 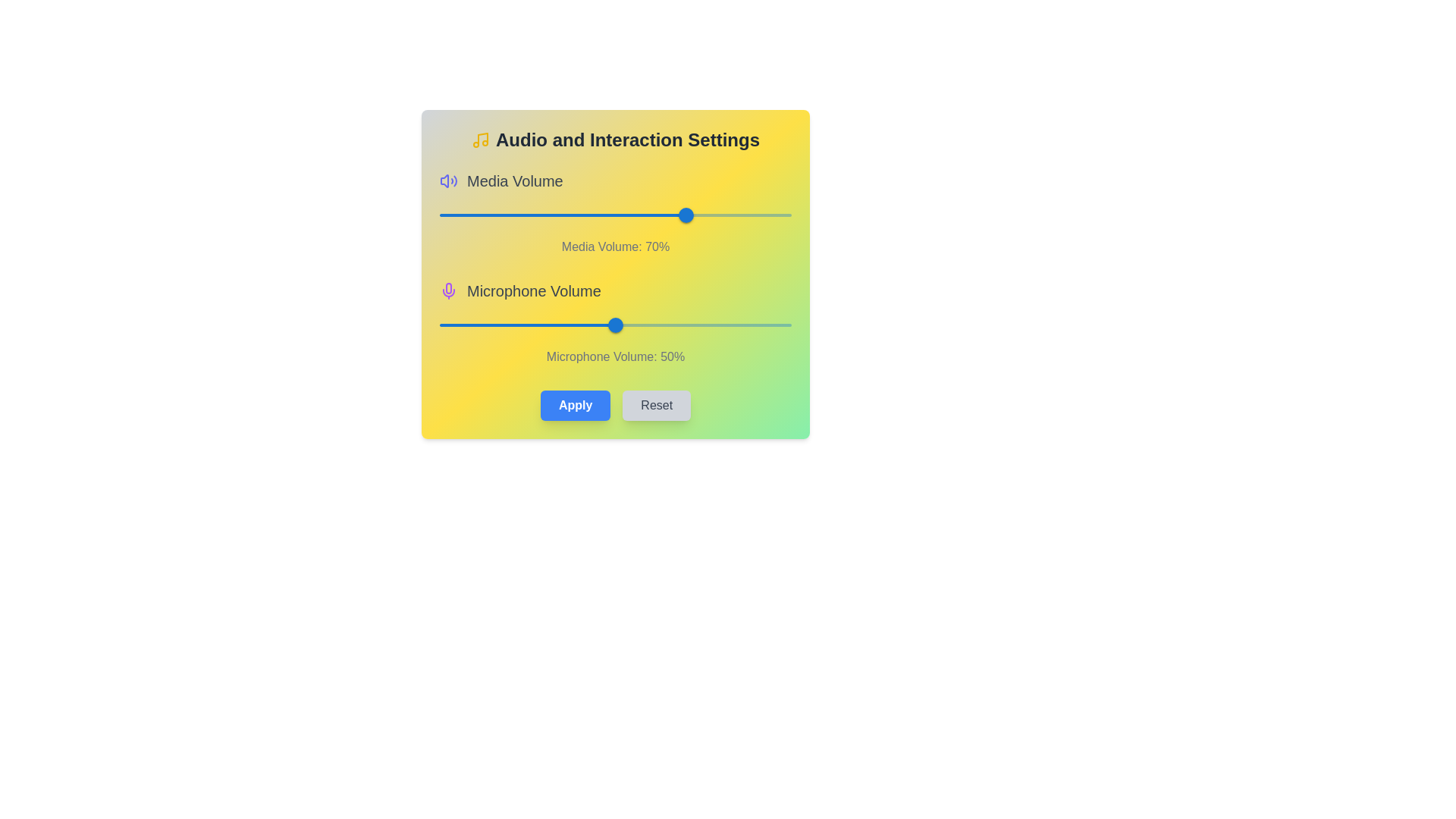 What do you see at coordinates (562, 215) in the screenshot?
I see `the media volume` at bounding box center [562, 215].